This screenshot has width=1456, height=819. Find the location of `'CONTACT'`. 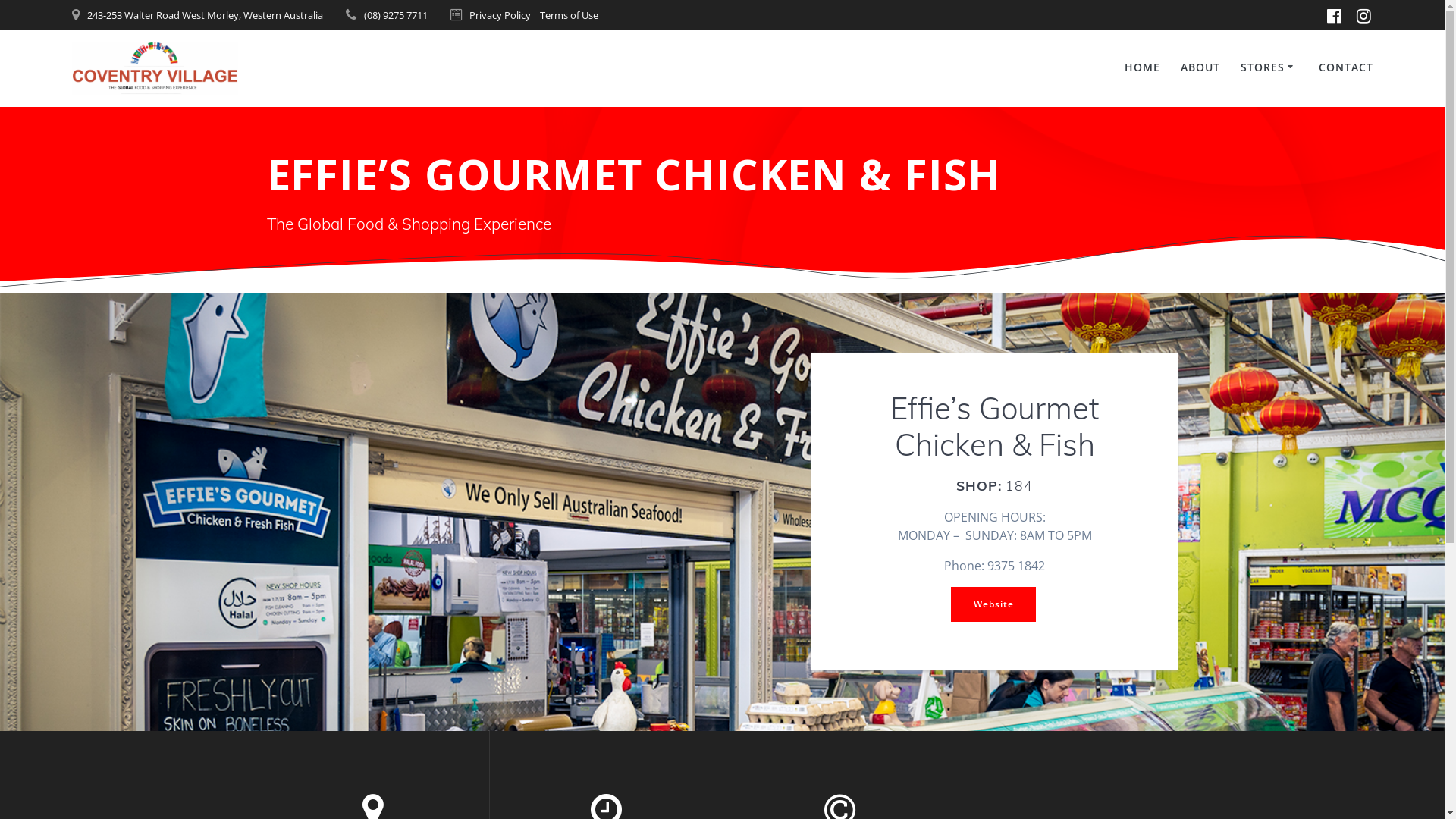

'CONTACT' is located at coordinates (1346, 68).